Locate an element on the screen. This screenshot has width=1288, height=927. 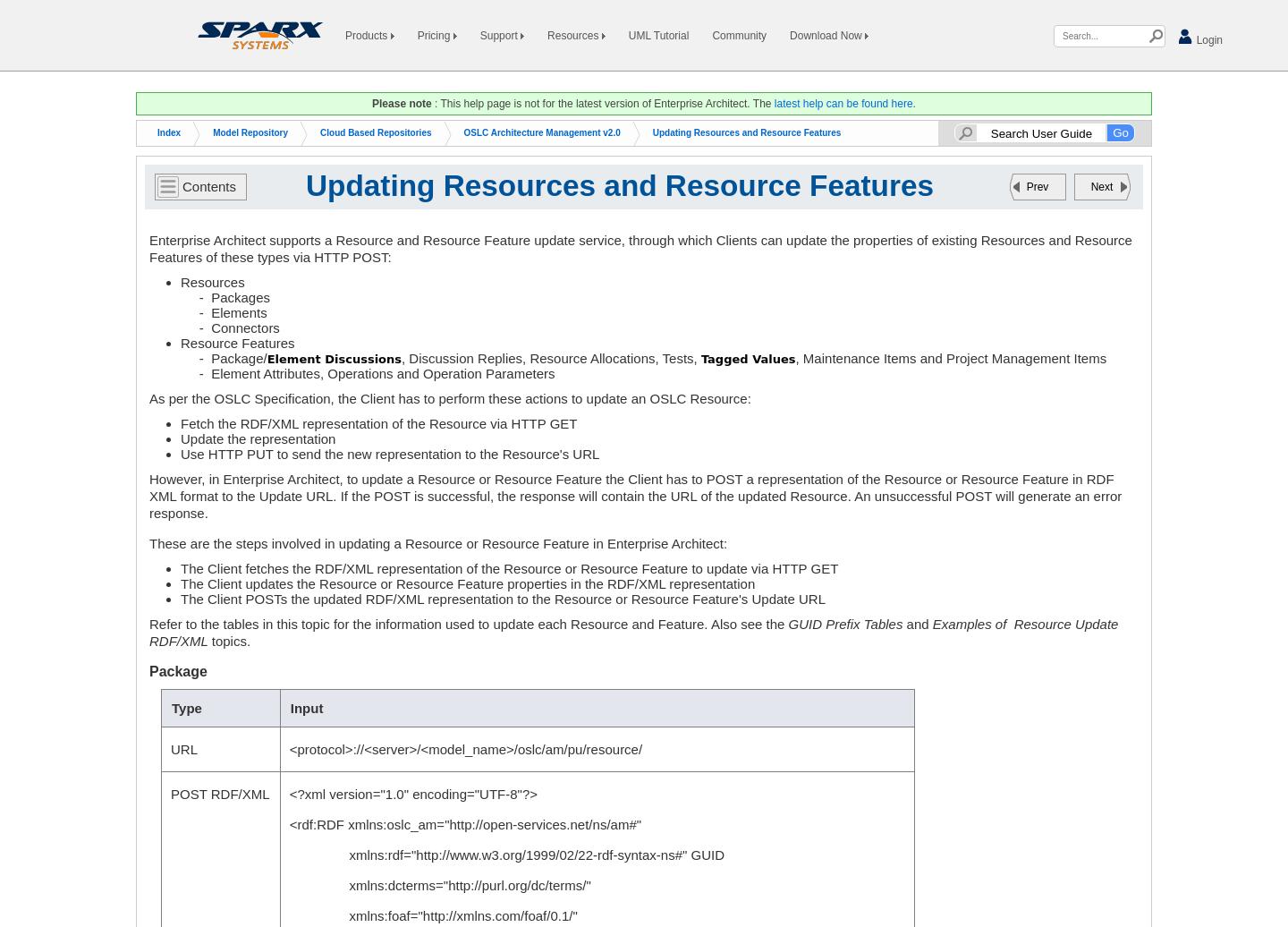
'topics.' is located at coordinates (211, 641).